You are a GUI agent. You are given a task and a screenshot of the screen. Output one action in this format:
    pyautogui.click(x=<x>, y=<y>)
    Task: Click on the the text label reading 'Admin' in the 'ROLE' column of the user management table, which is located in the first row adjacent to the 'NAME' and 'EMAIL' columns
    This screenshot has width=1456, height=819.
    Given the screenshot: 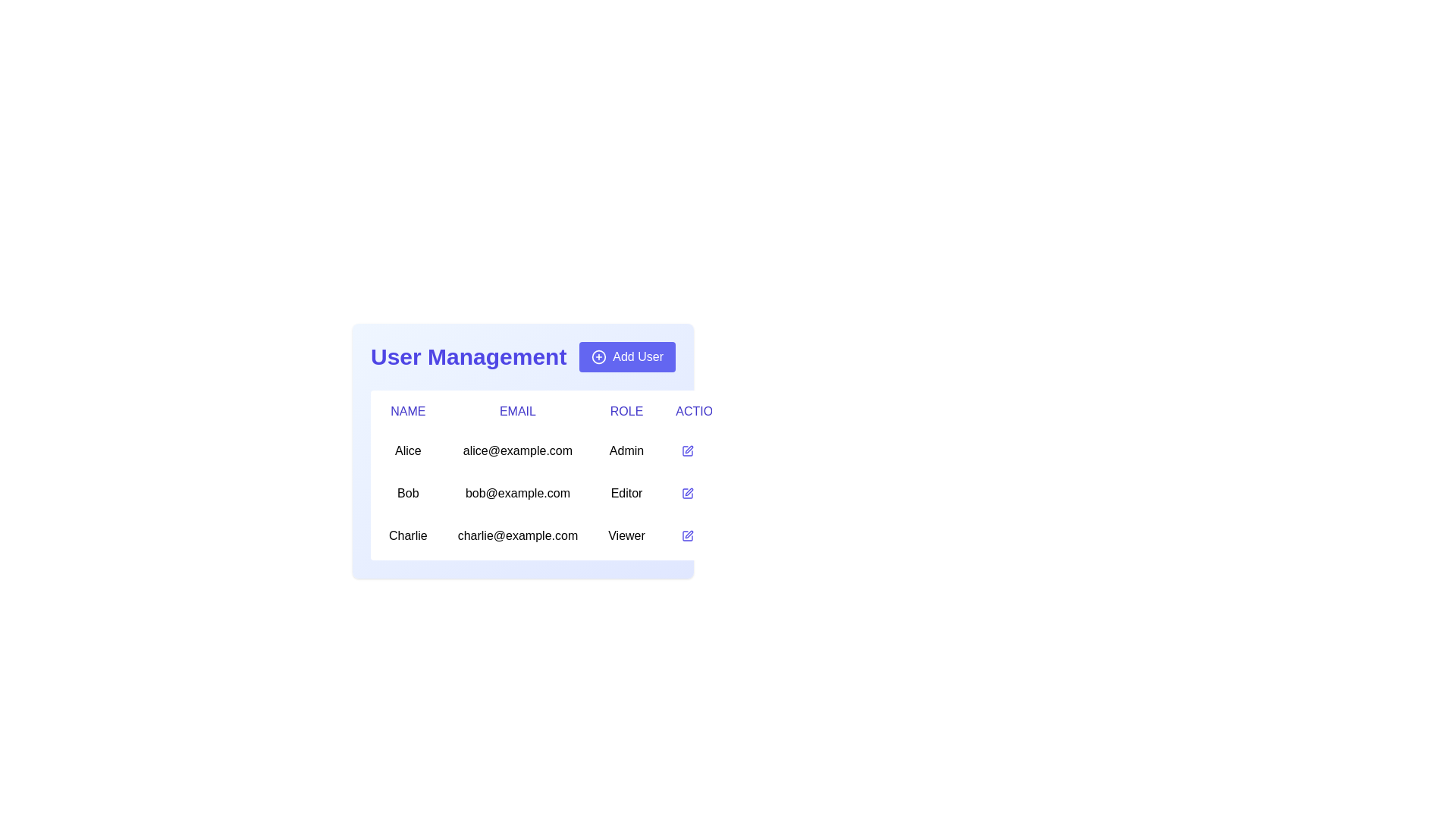 What is the action you would take?
    pyautogui.click(x=626, y=450)
    